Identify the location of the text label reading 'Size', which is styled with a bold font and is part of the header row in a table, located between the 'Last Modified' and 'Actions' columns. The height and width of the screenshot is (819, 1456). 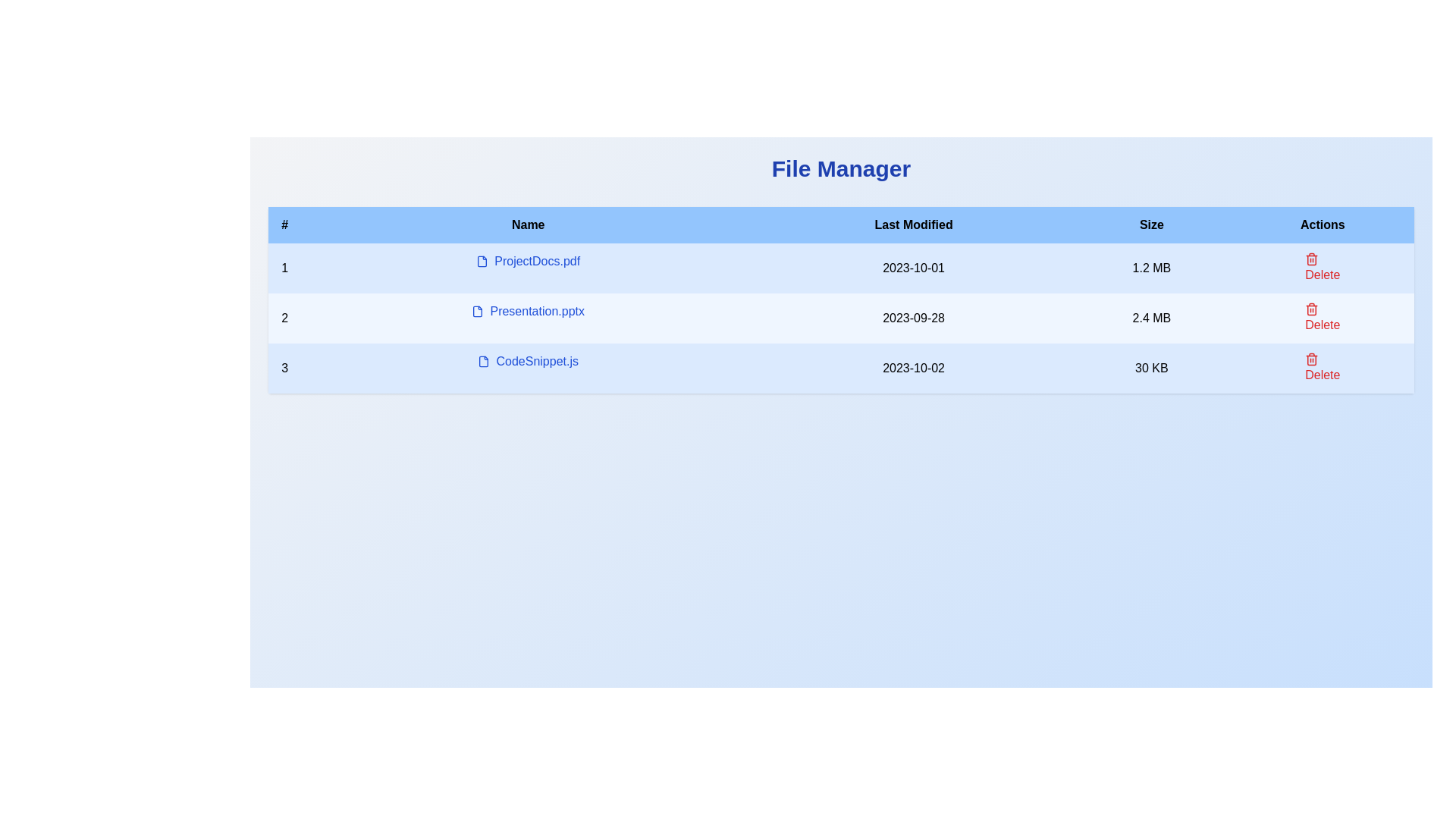
(1151, 225).